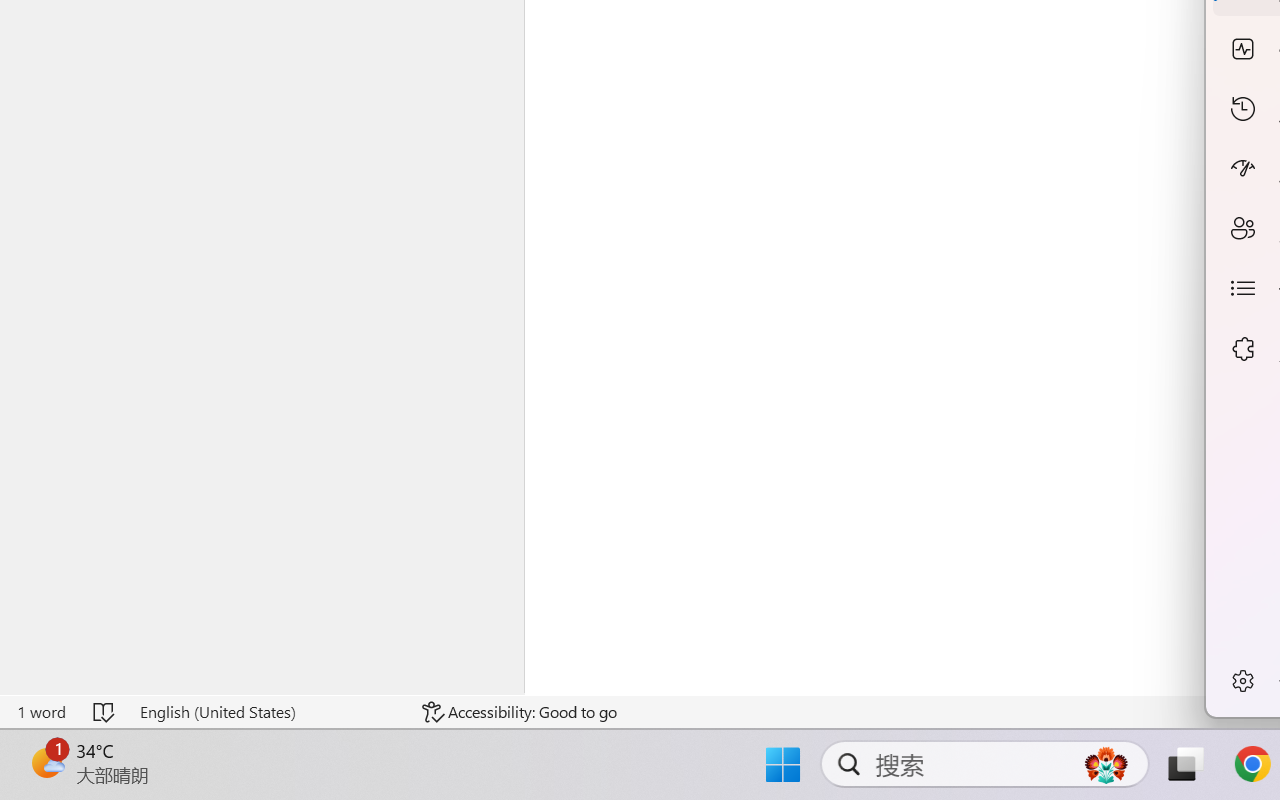 The image size is (1280, 800). What do you see at coordinates (41, 711) in the screenshot?
I see `'Word Count 1 word'` at bounding box center [41, 711].